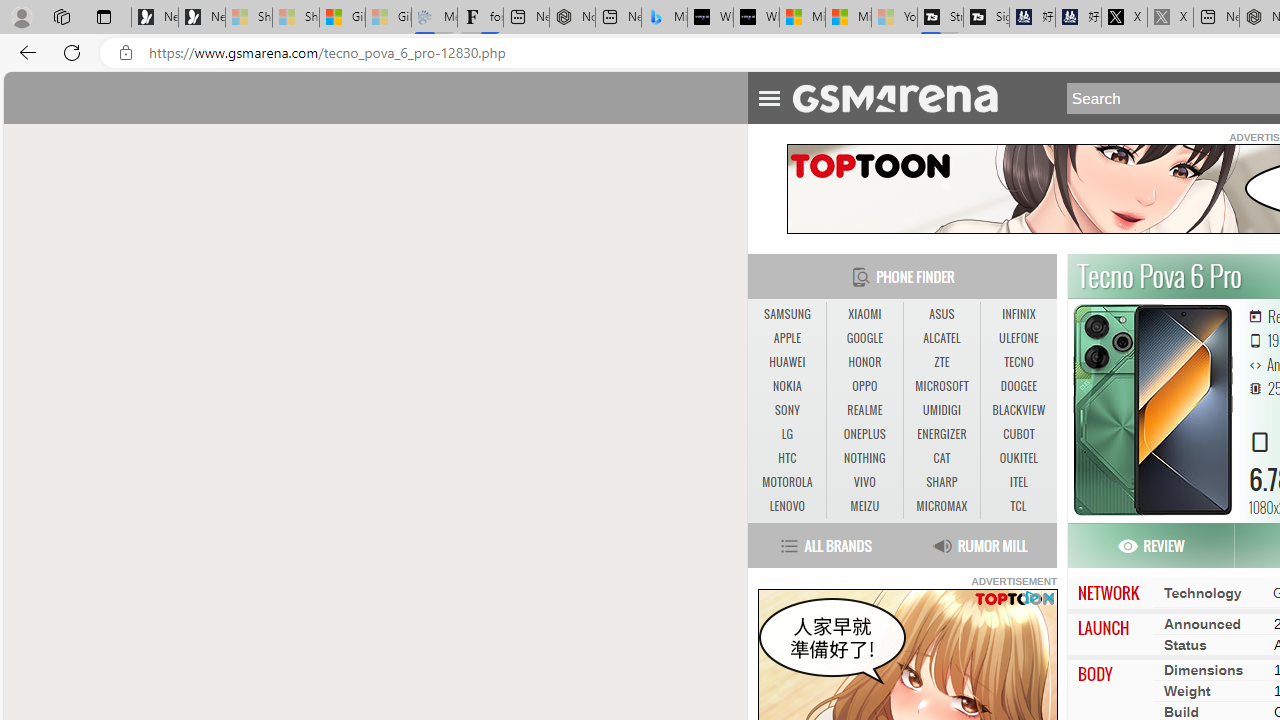 Image resolution: width=1280 pixels, height=720 pixels. What do you see at coordinates (1018, 483) in the screenshot?
I see `'ITEL'` at bounding box center [1018, 483].